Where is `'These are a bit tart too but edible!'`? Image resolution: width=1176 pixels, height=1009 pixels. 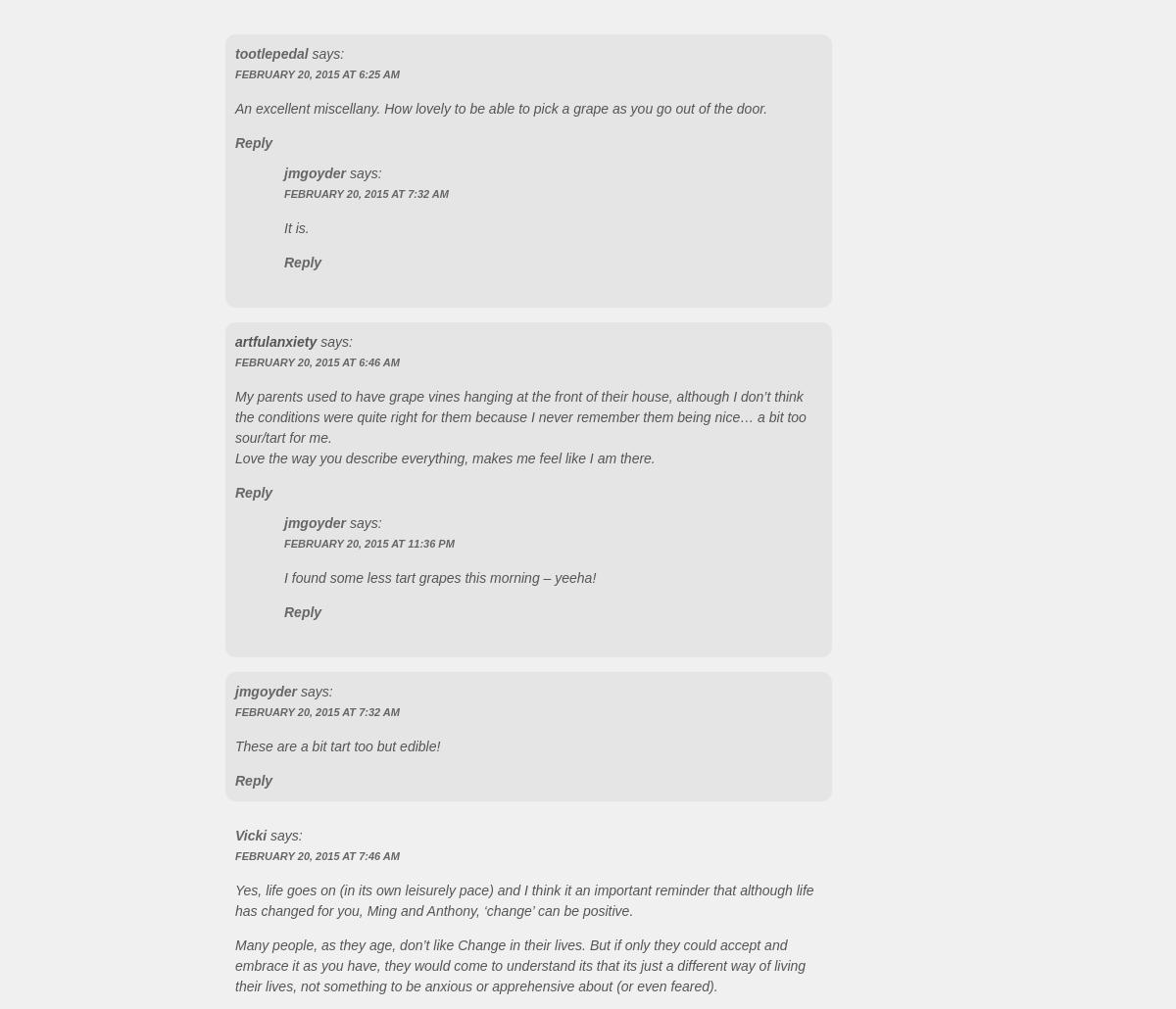
'These are a bit tart too but edible!' is located at coordinates (337, 745).